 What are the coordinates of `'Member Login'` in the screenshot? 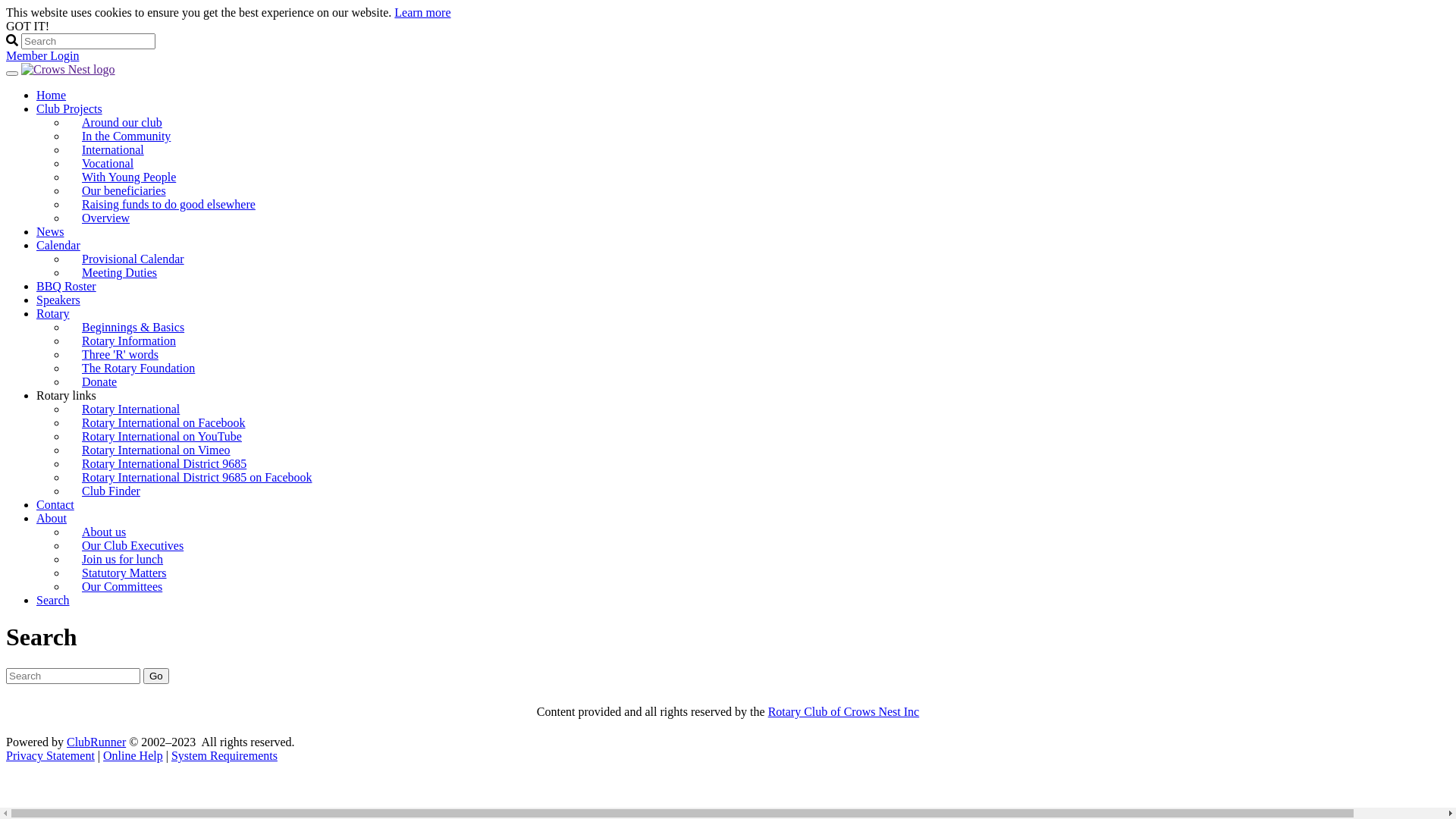 It's located at (42, 55).